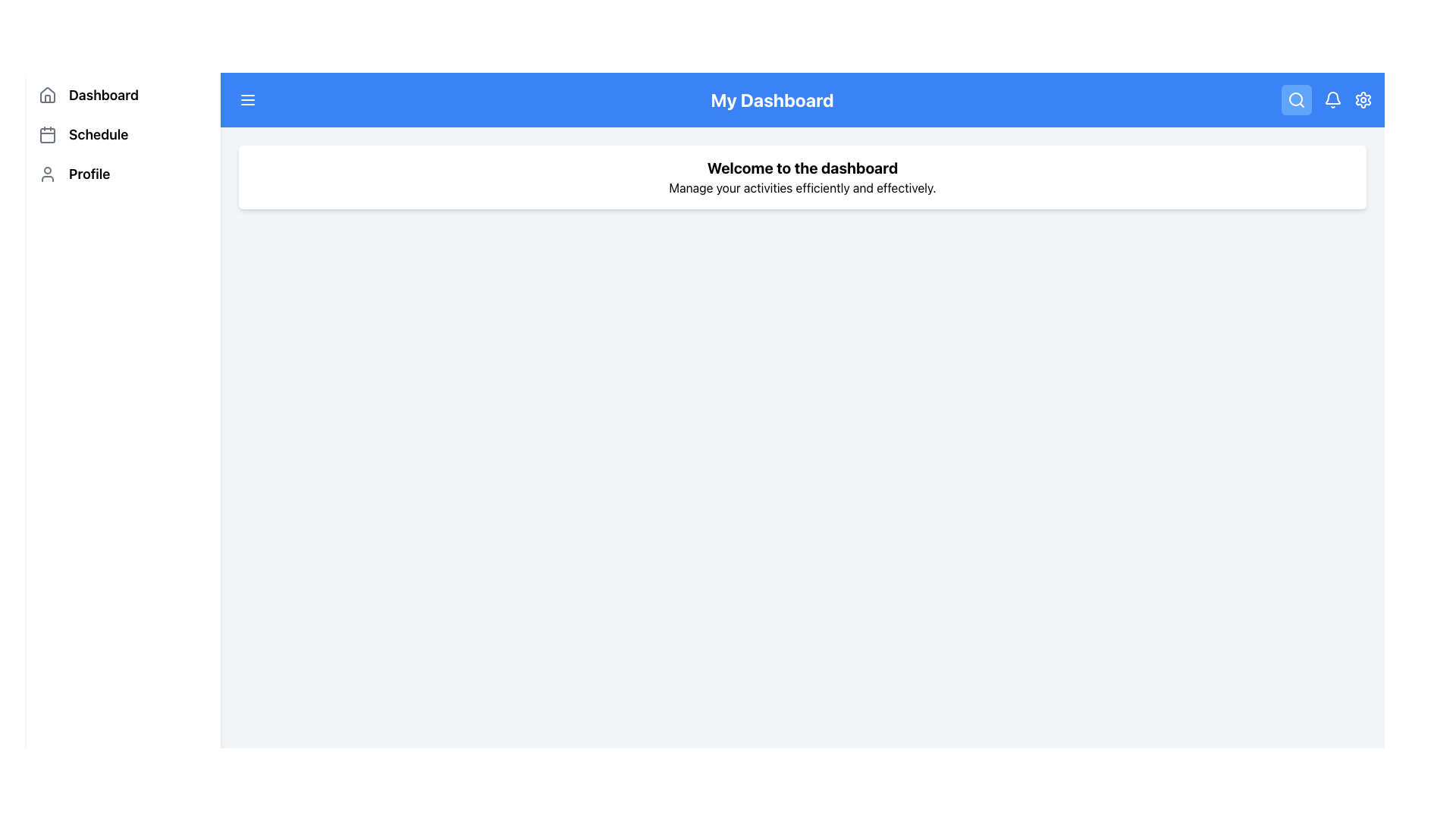  What do you see at coordinates (89, 174) in the screenshot?
I see `the 'Profile' text label located in the left sidebar menu` at bounding box center [89, 174].